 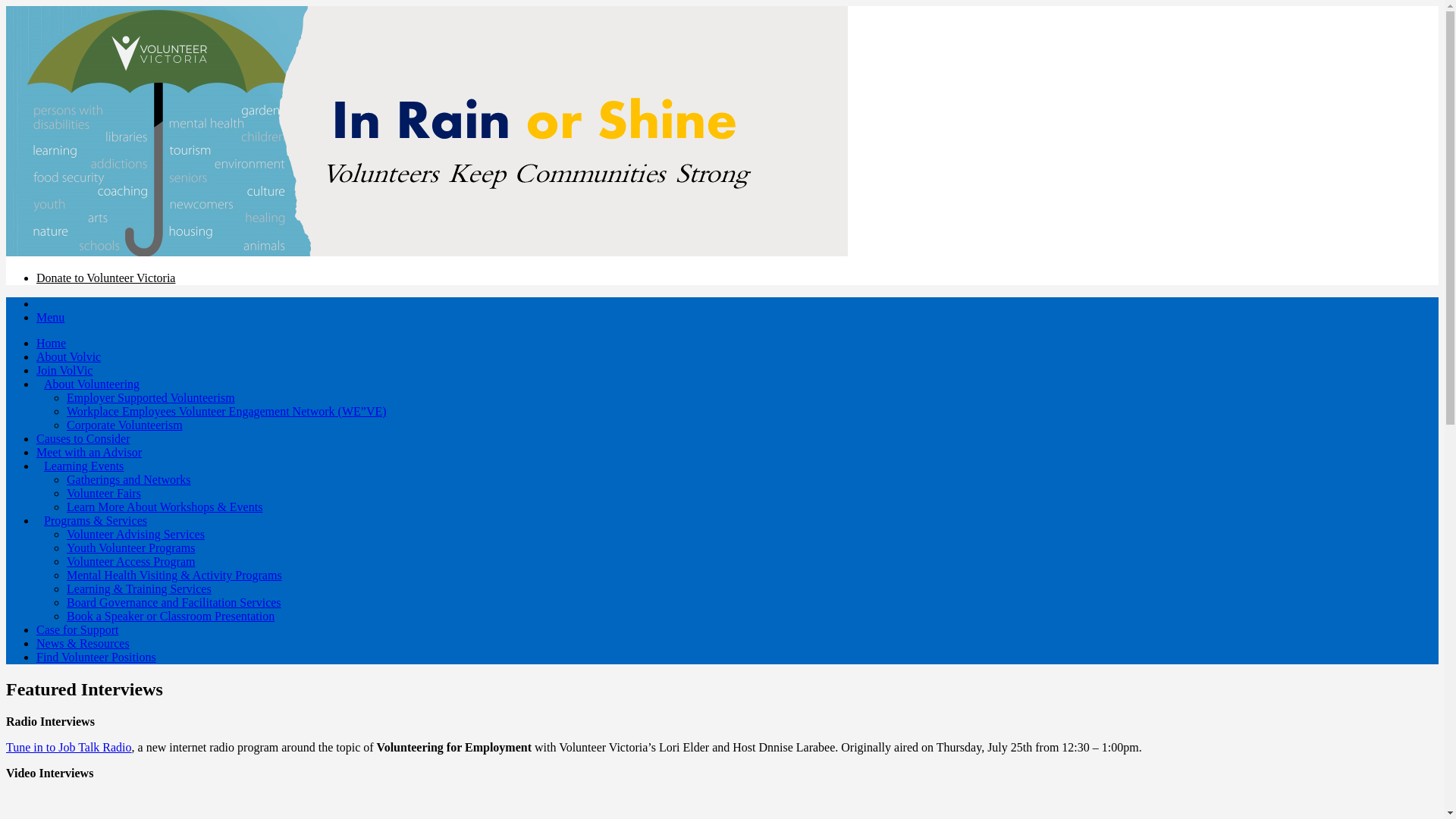 I want to click on 'Learn More About Workshops & Events', so click(x=164, y=507).